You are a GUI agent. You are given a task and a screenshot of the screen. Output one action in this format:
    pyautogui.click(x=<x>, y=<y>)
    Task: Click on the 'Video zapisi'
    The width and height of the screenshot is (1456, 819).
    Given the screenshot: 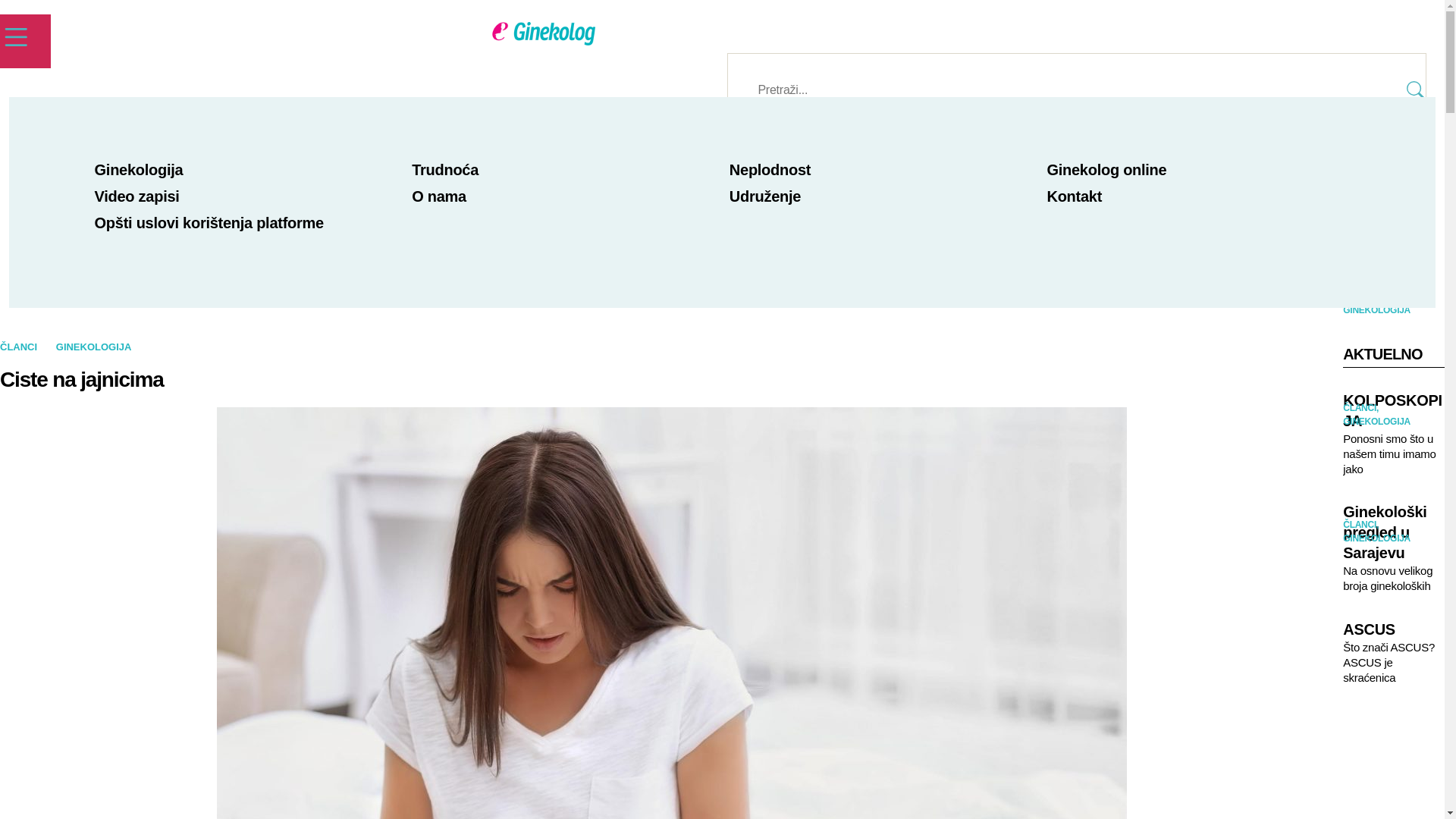 What is the action you would take?
    pyautogui.click(x=93, y=195)
    